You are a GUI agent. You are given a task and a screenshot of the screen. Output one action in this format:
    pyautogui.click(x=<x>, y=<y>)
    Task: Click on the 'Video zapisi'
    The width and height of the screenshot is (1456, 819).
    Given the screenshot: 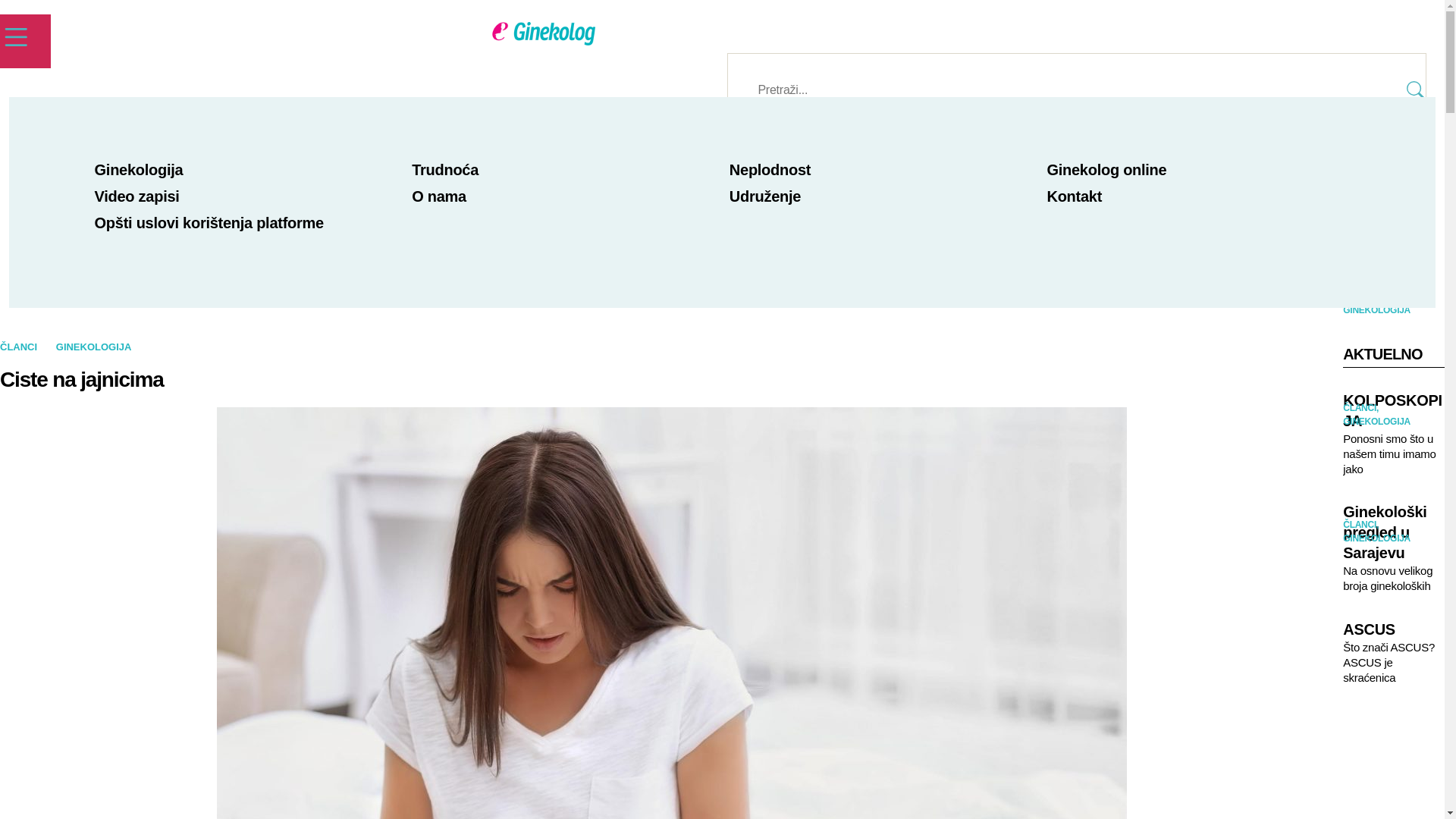 What is the action you would take?
    pyautogui.click(x=93, y=195)
    